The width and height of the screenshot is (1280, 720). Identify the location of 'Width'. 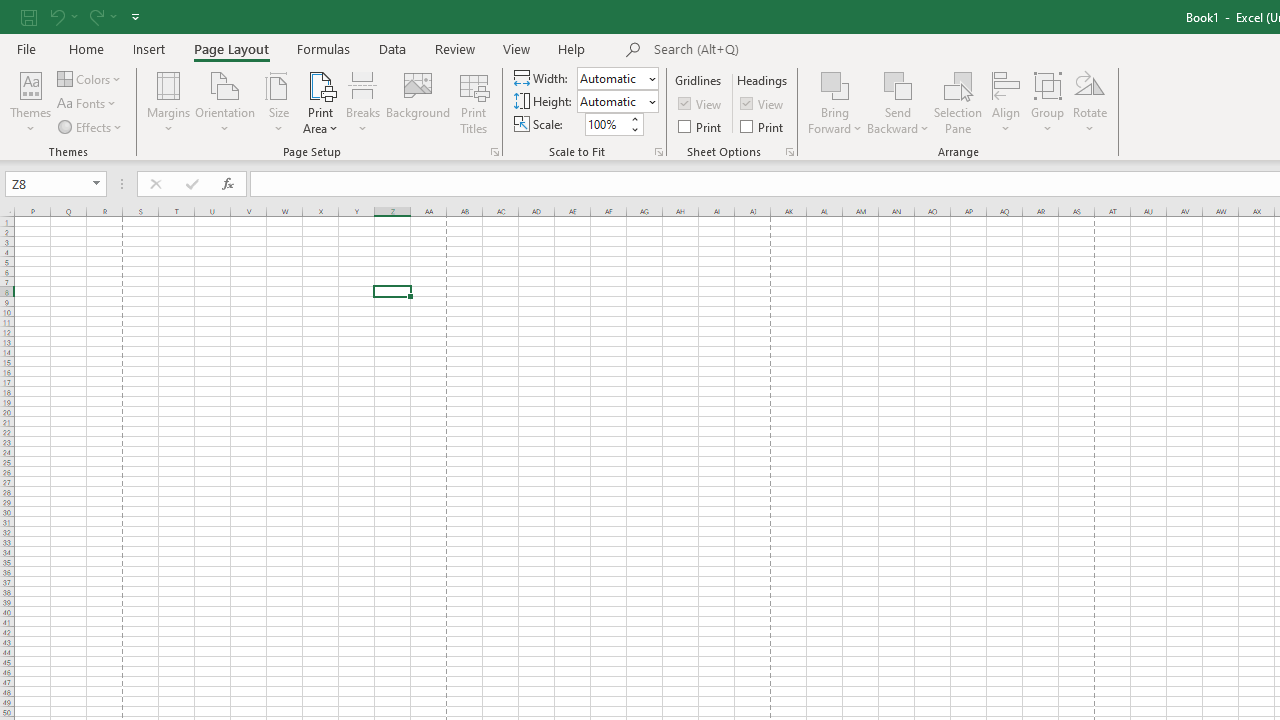
(610, 77).